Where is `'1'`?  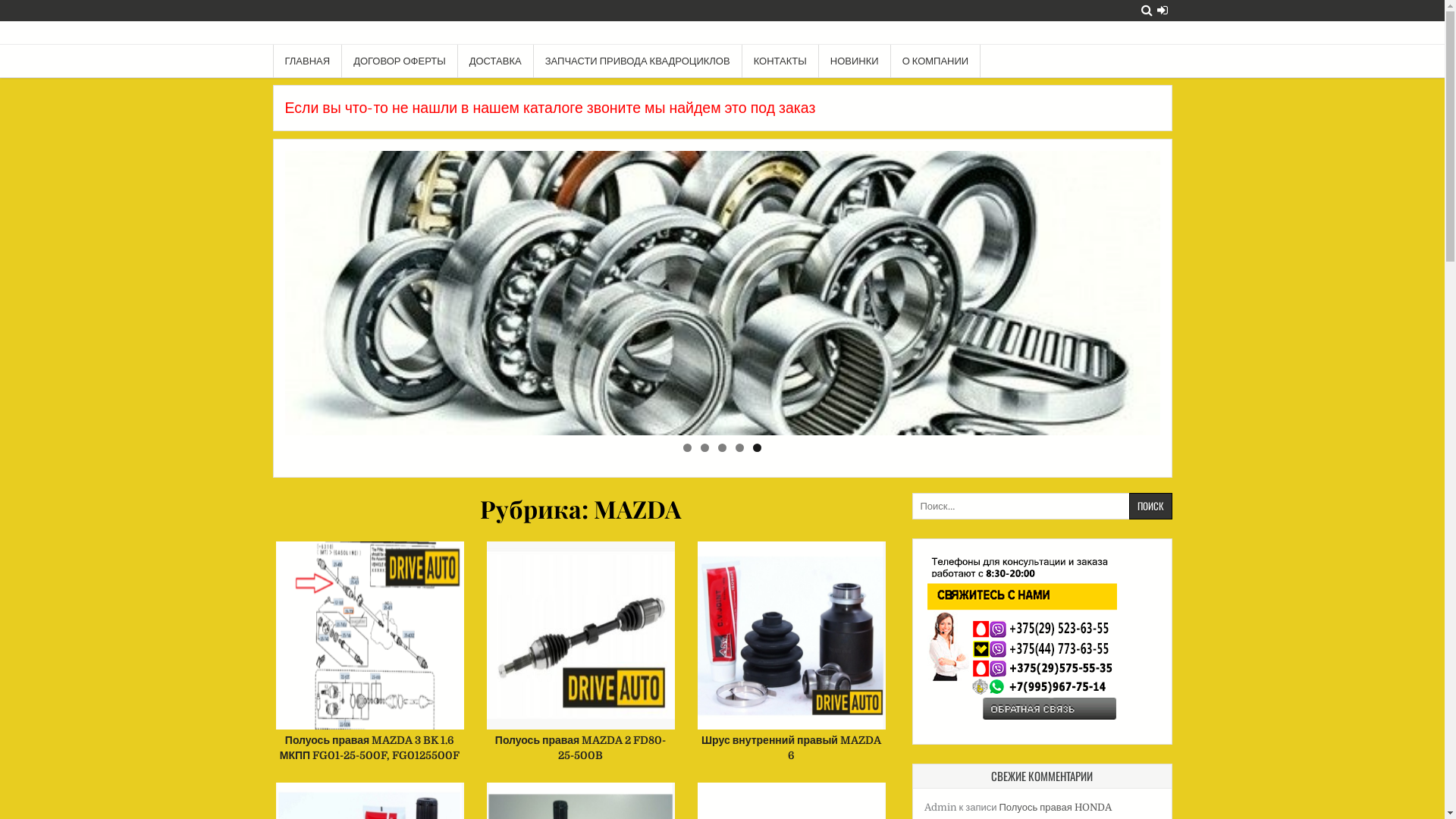 '1' is located at coordinates (682, 447).